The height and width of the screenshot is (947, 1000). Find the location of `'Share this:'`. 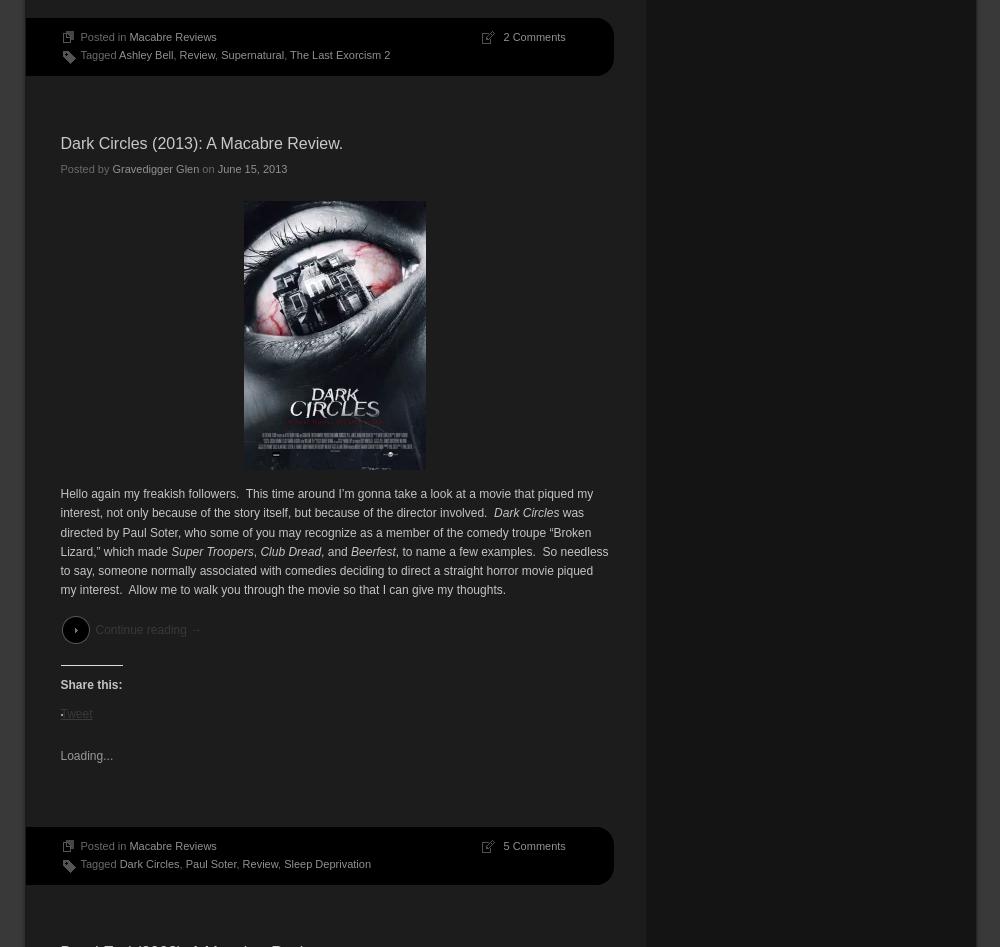

'Share this:' is located at coordinates (90, 683).